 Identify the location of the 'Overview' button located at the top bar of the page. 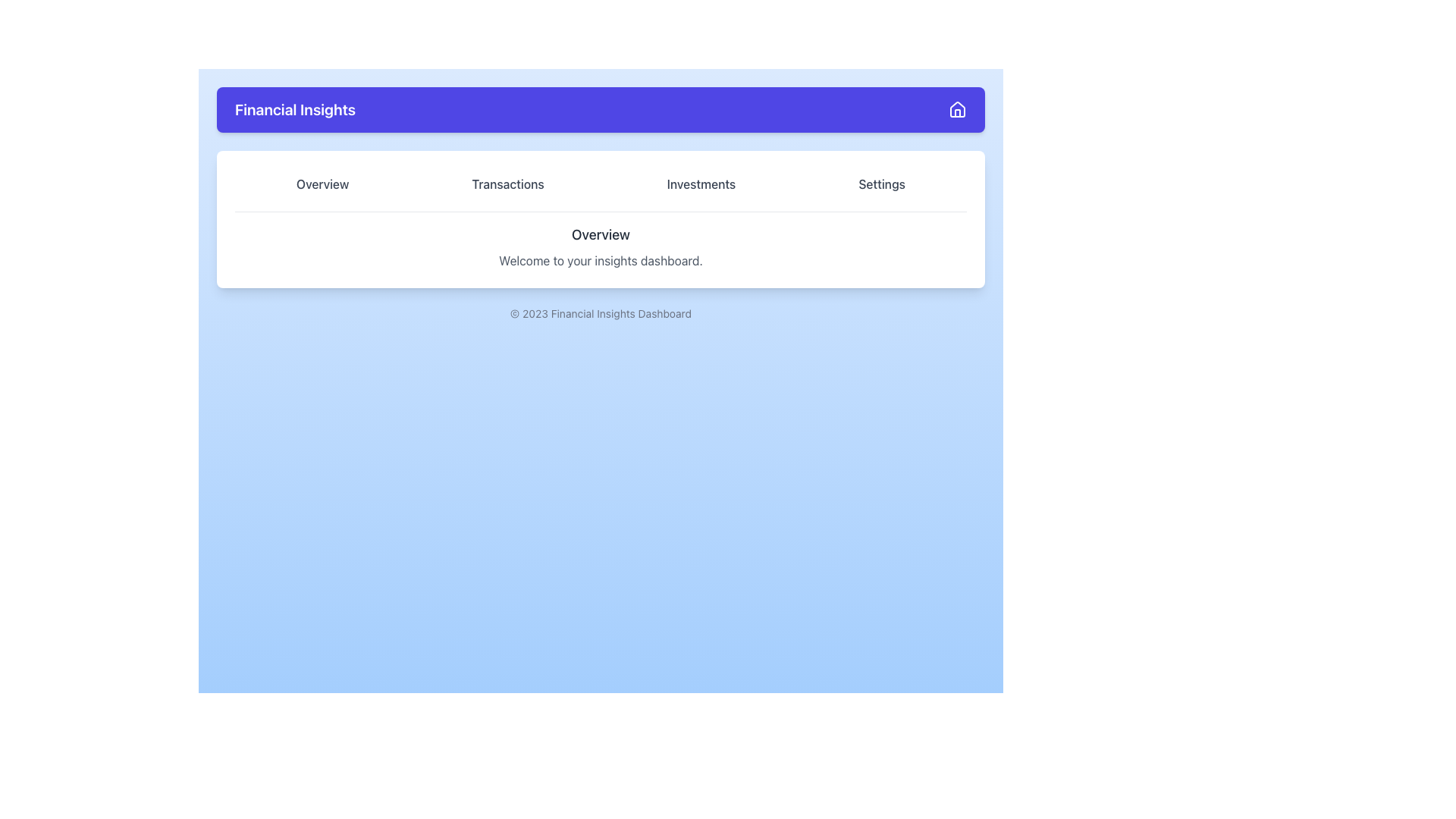
(322, 184).